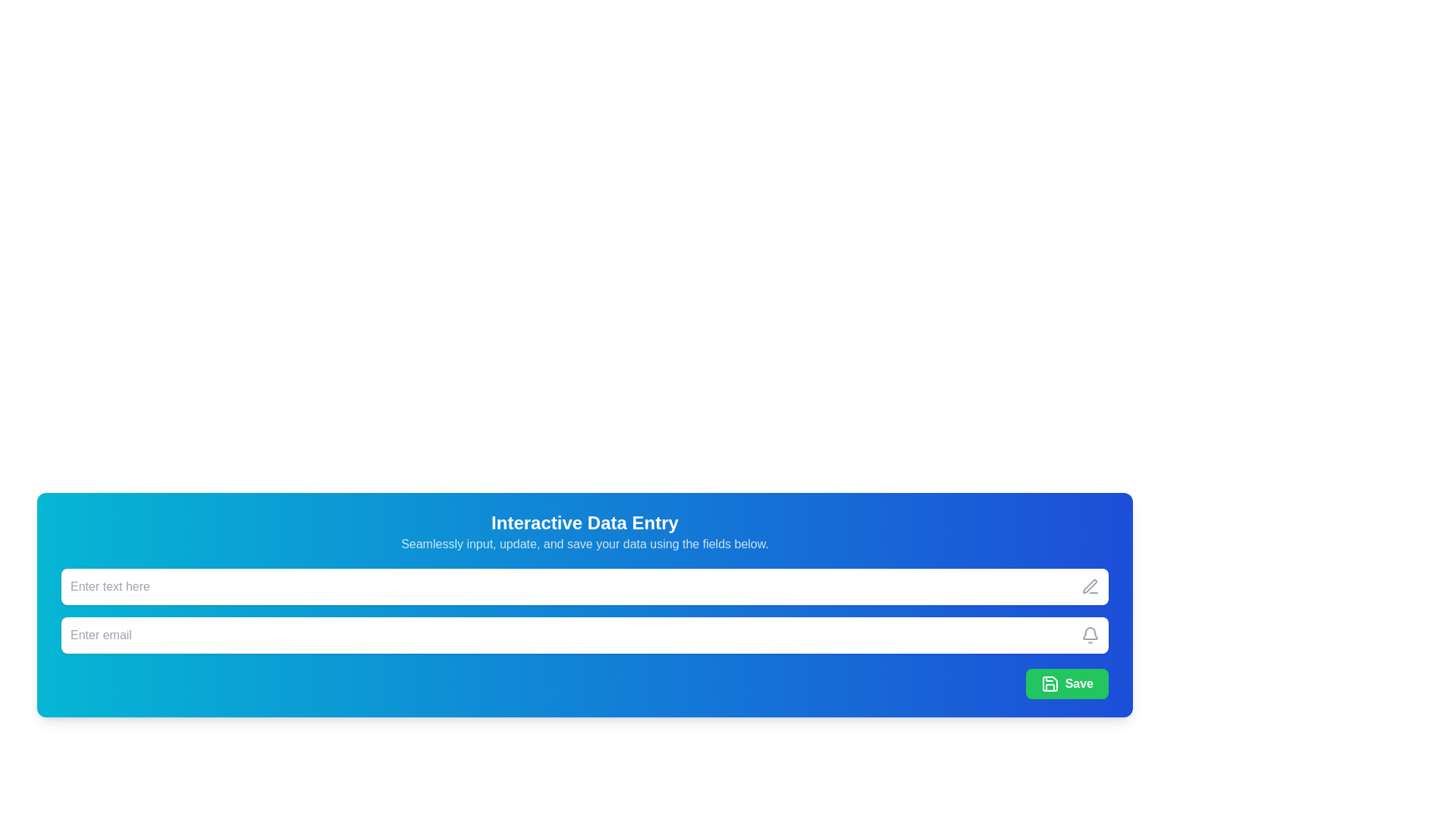 The width and height of the screenshot is (1456, 819). I want to click on the green 'Save' button with a floppy disk icon, so click(1066, 684).